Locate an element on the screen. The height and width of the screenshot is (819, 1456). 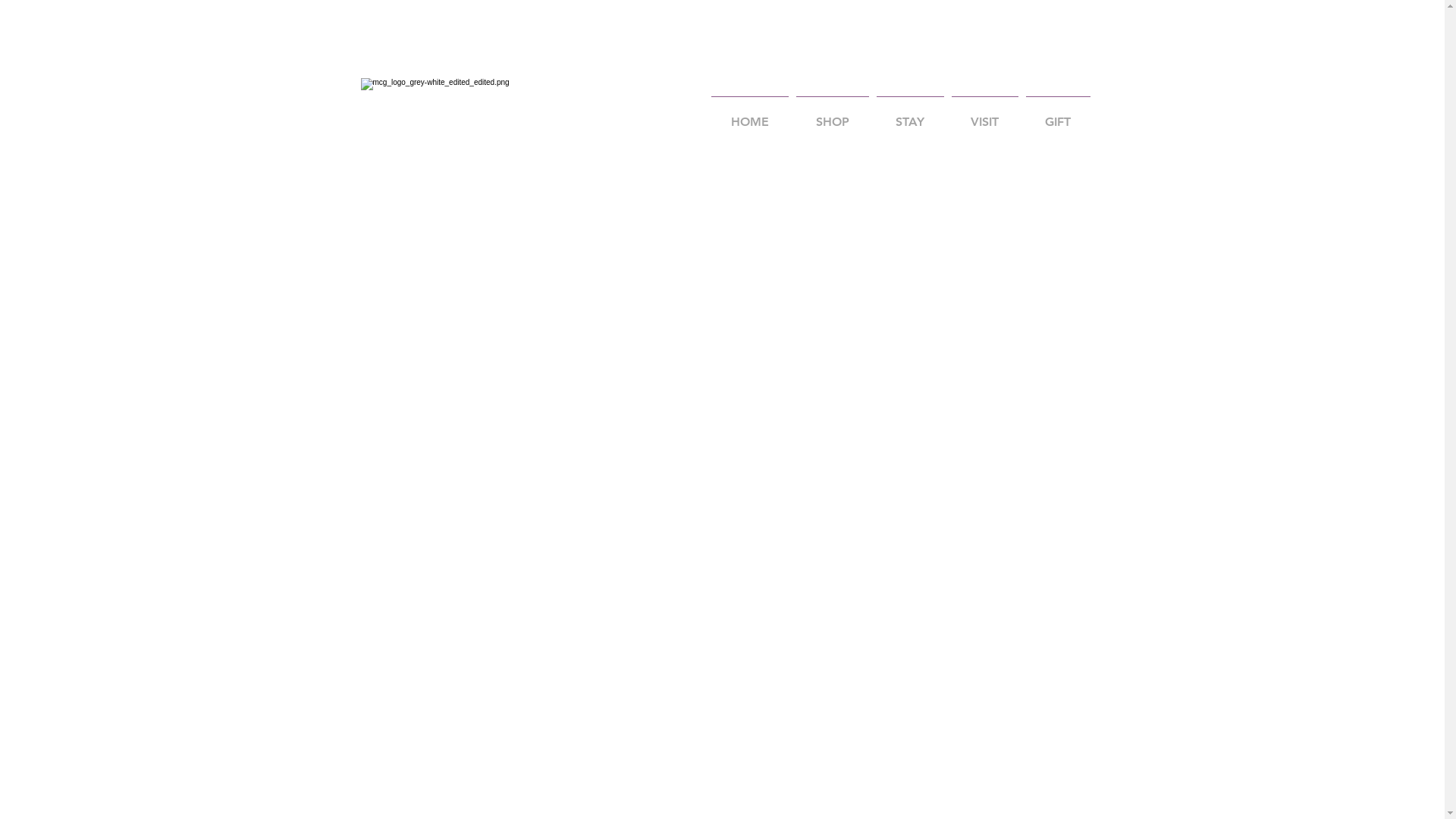
'SHOP' is located at coordinates (831, 114).